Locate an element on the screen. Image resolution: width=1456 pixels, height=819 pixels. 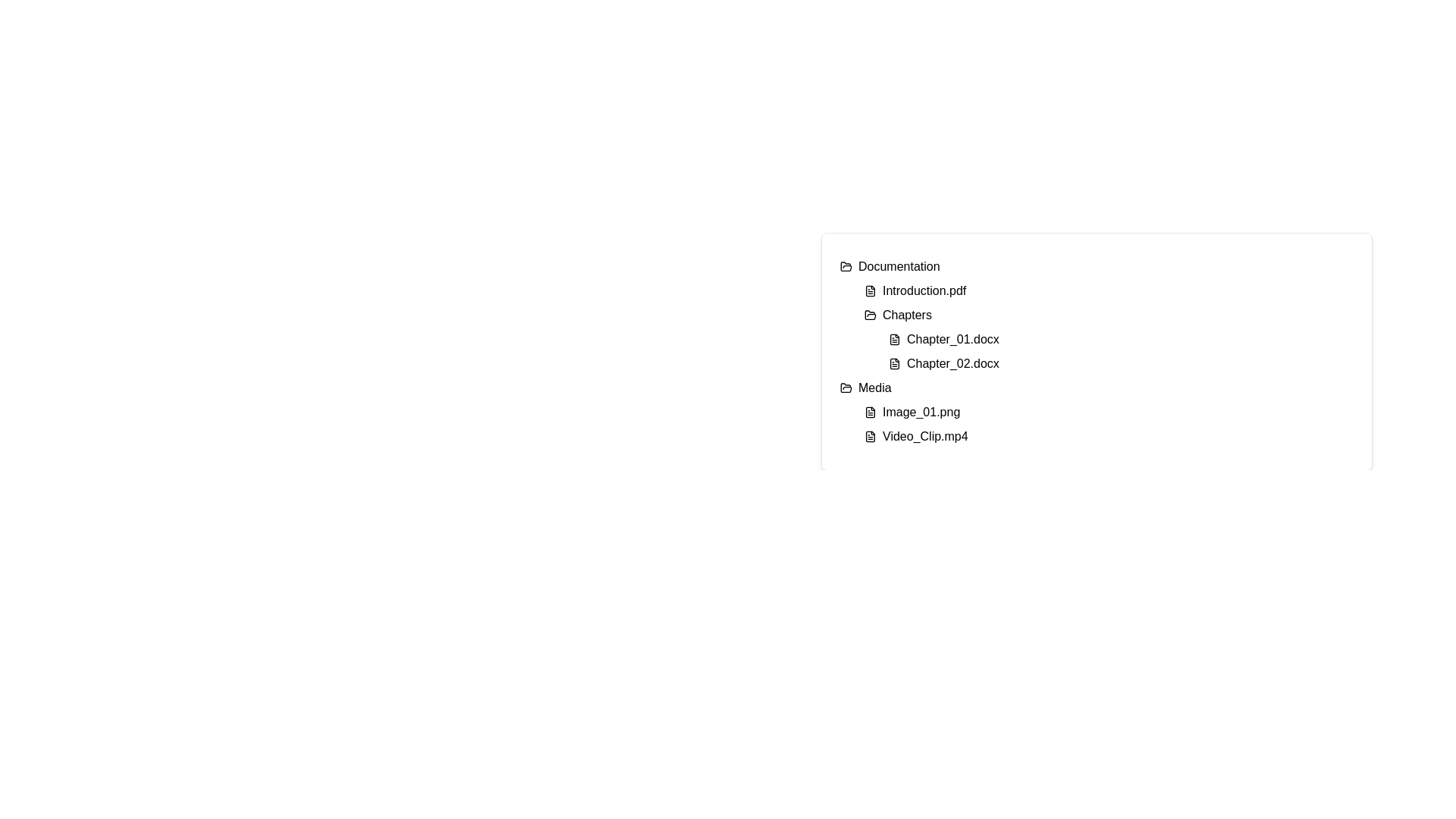
the video file type icon representing 'Video_Clip.mp4' is located at coordinates (870, 436).